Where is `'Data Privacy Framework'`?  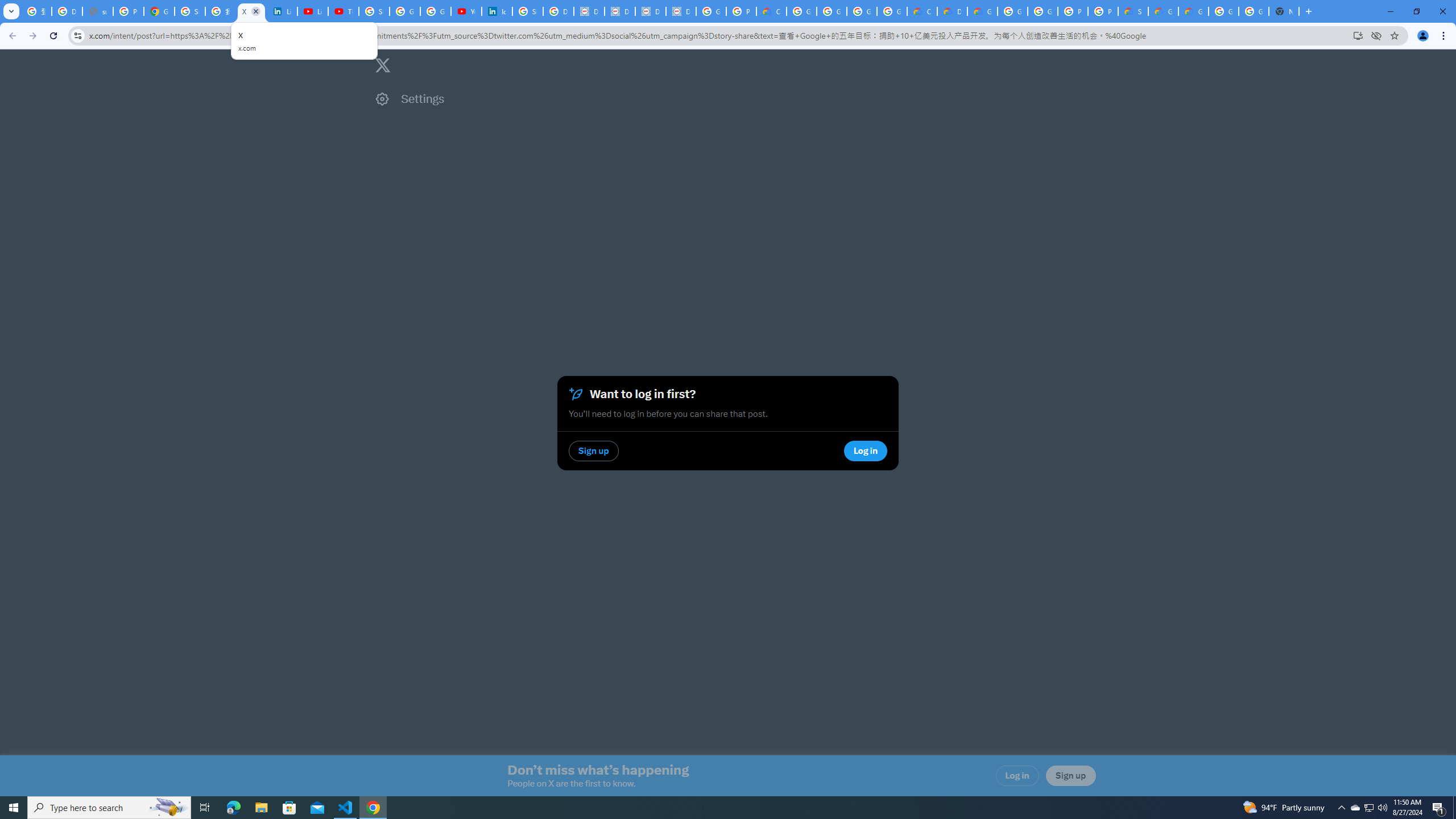
'Data Privacy Framework' is located at coordinates (619, 11).